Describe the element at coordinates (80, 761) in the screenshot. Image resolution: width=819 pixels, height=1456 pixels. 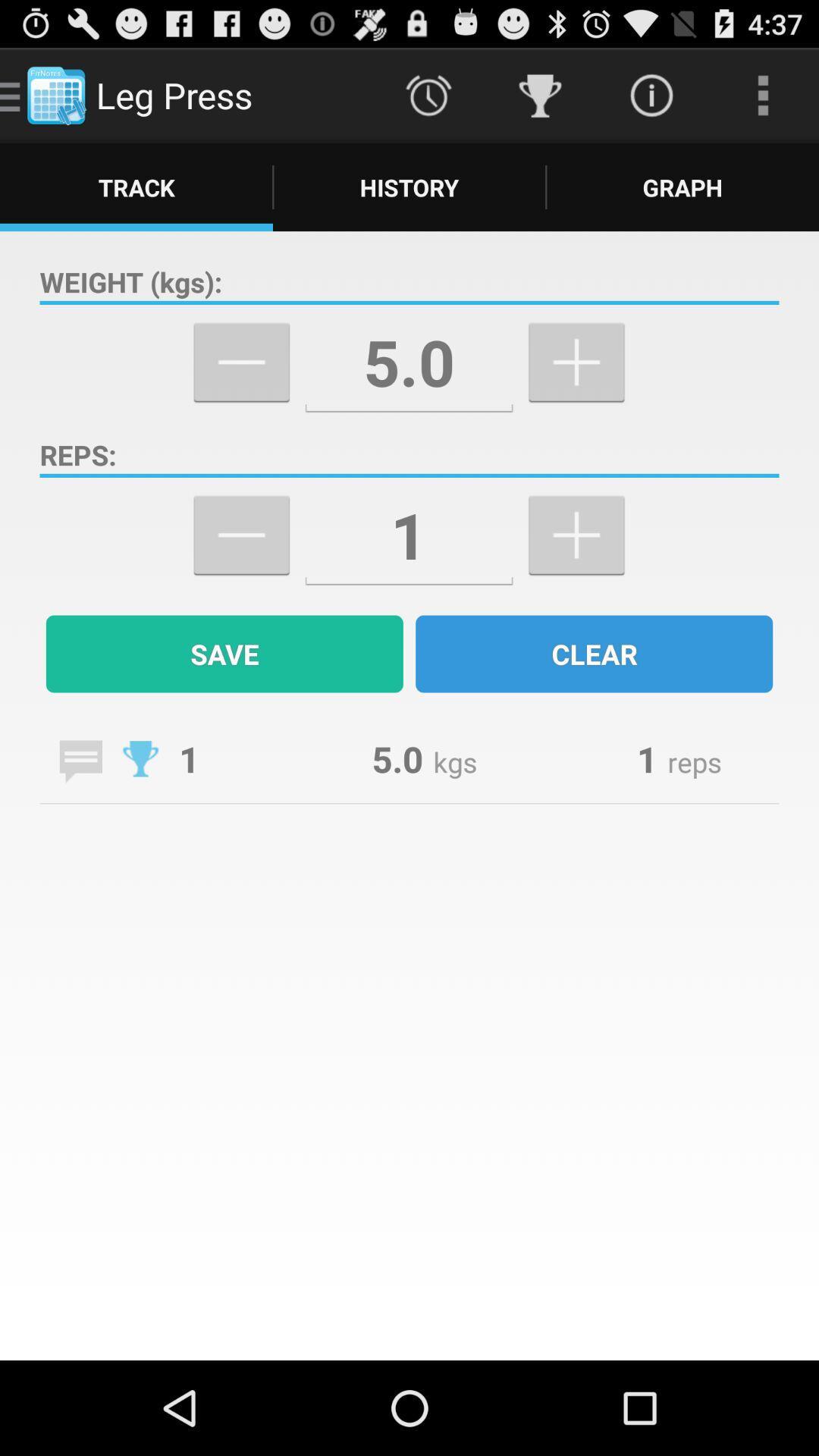
I see `adds a comment` at that location.